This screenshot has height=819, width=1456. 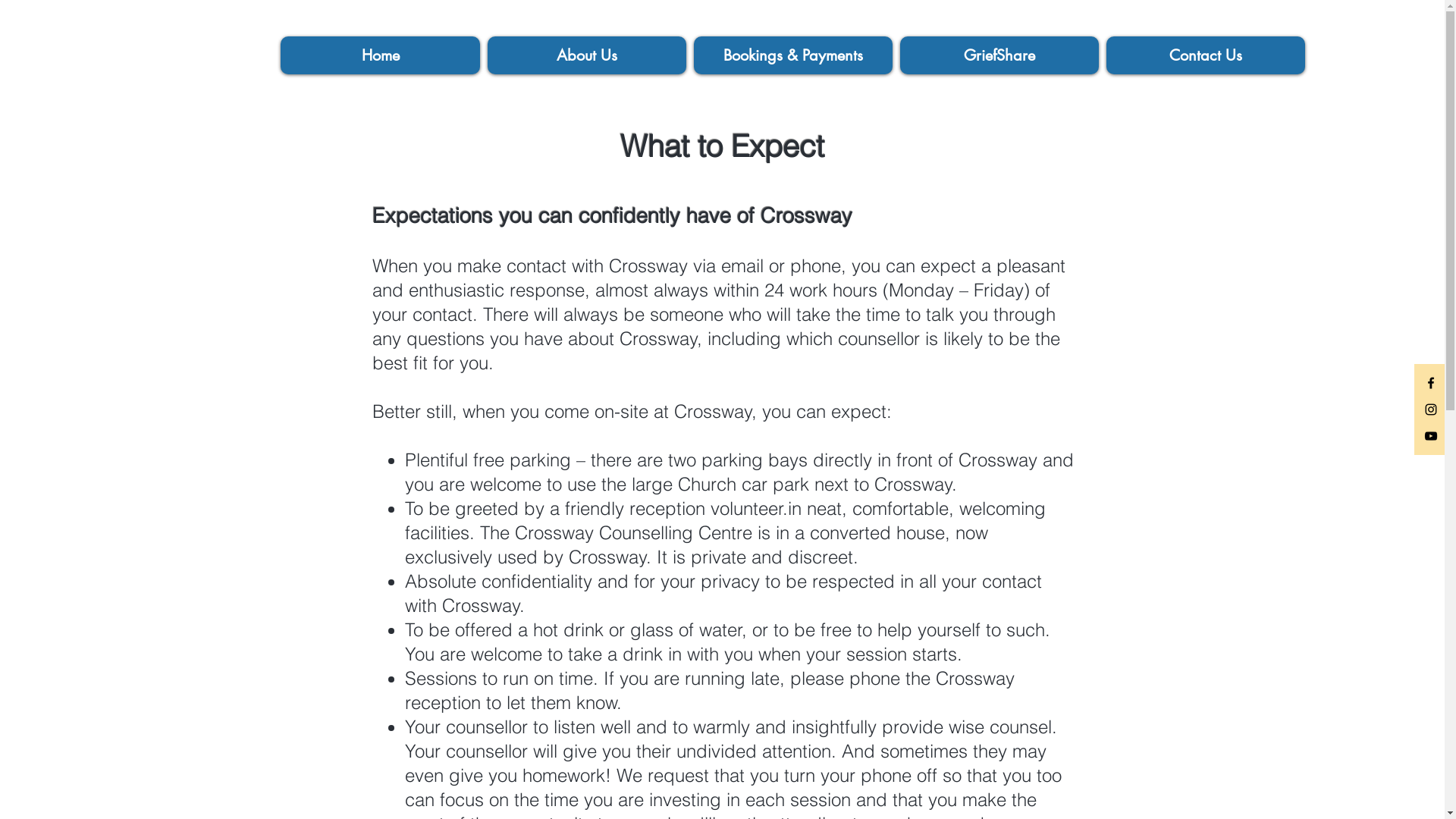 I want to click on 'About Us', so click(x=585, y=55).